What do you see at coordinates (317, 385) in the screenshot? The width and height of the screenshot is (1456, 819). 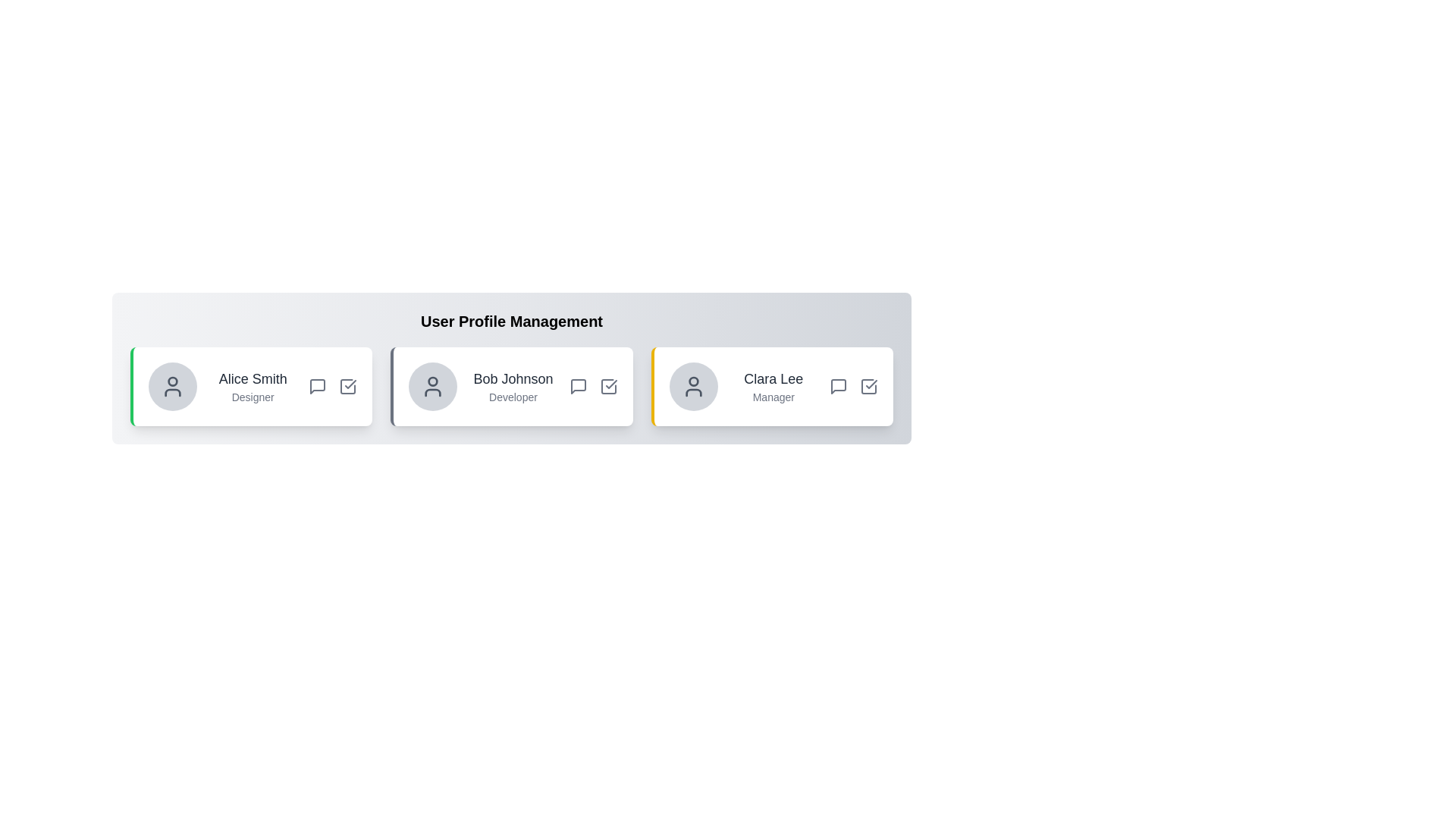 I see `the icon button resembling a speech bubble located to the right of the text 'Designer' in the card for 'Alice Smith Designer'` at bounding box center [317, 385].